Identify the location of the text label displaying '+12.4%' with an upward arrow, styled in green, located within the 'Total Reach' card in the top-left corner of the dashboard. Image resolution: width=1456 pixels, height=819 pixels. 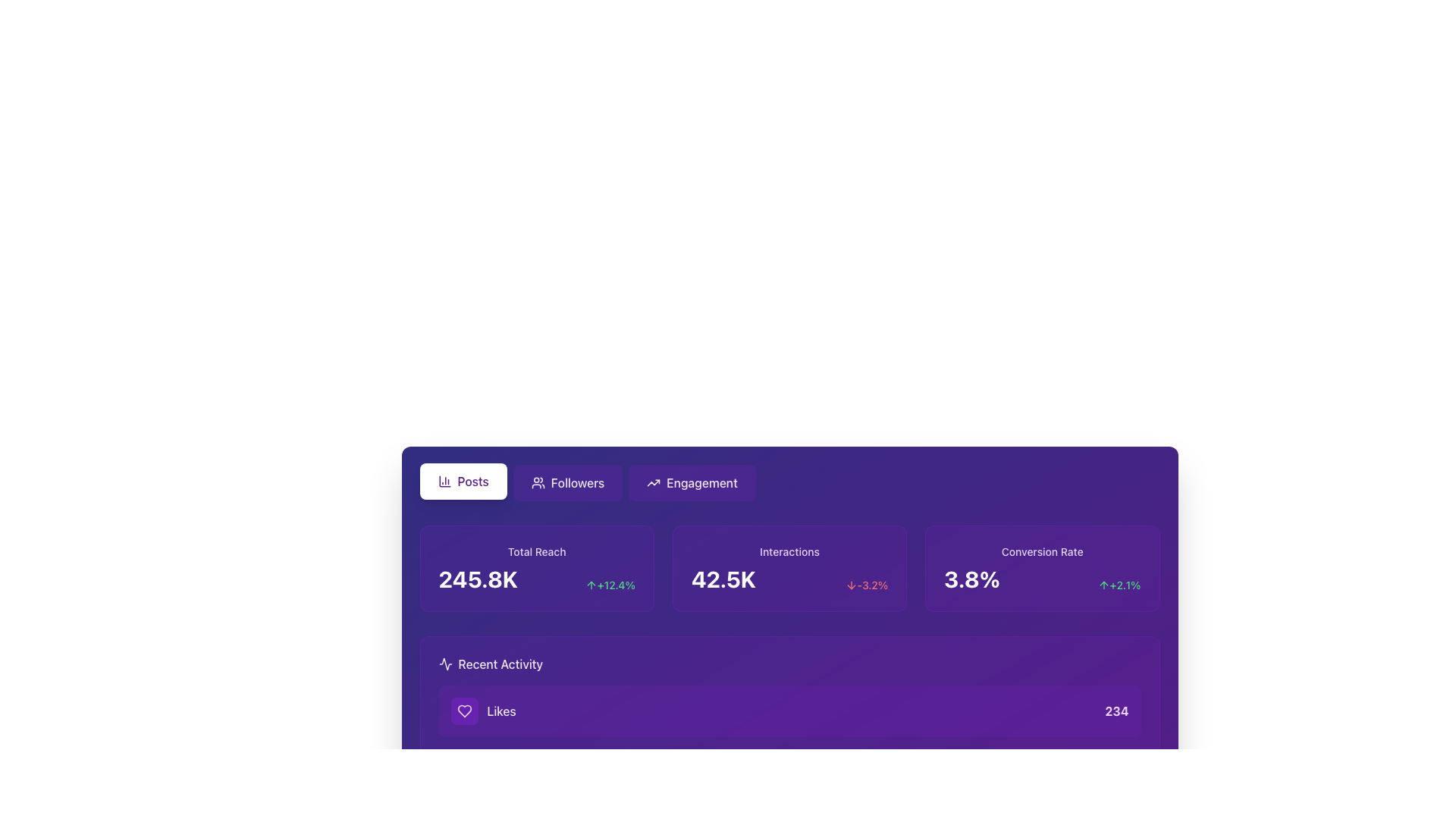
(610, 584).